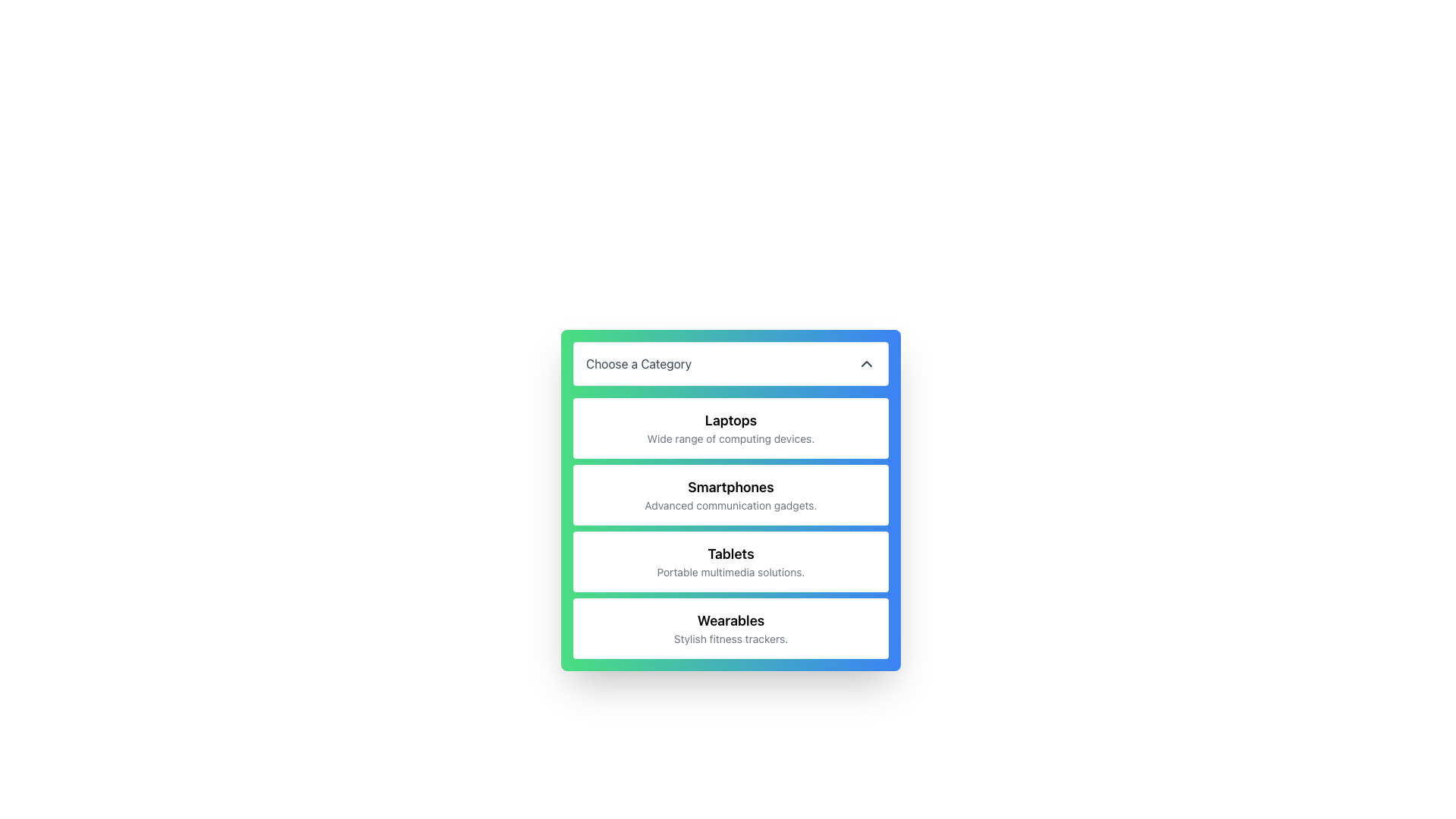 The height and width of the screenshot is (819, 1456). What do you see at coordinates (639, 363) in the screenshot?
I see `the static text label displaying 'Choose a Category', which is part of a dropdown interface, located at the left-hand side of the top section` at bounding box center [639, 363].